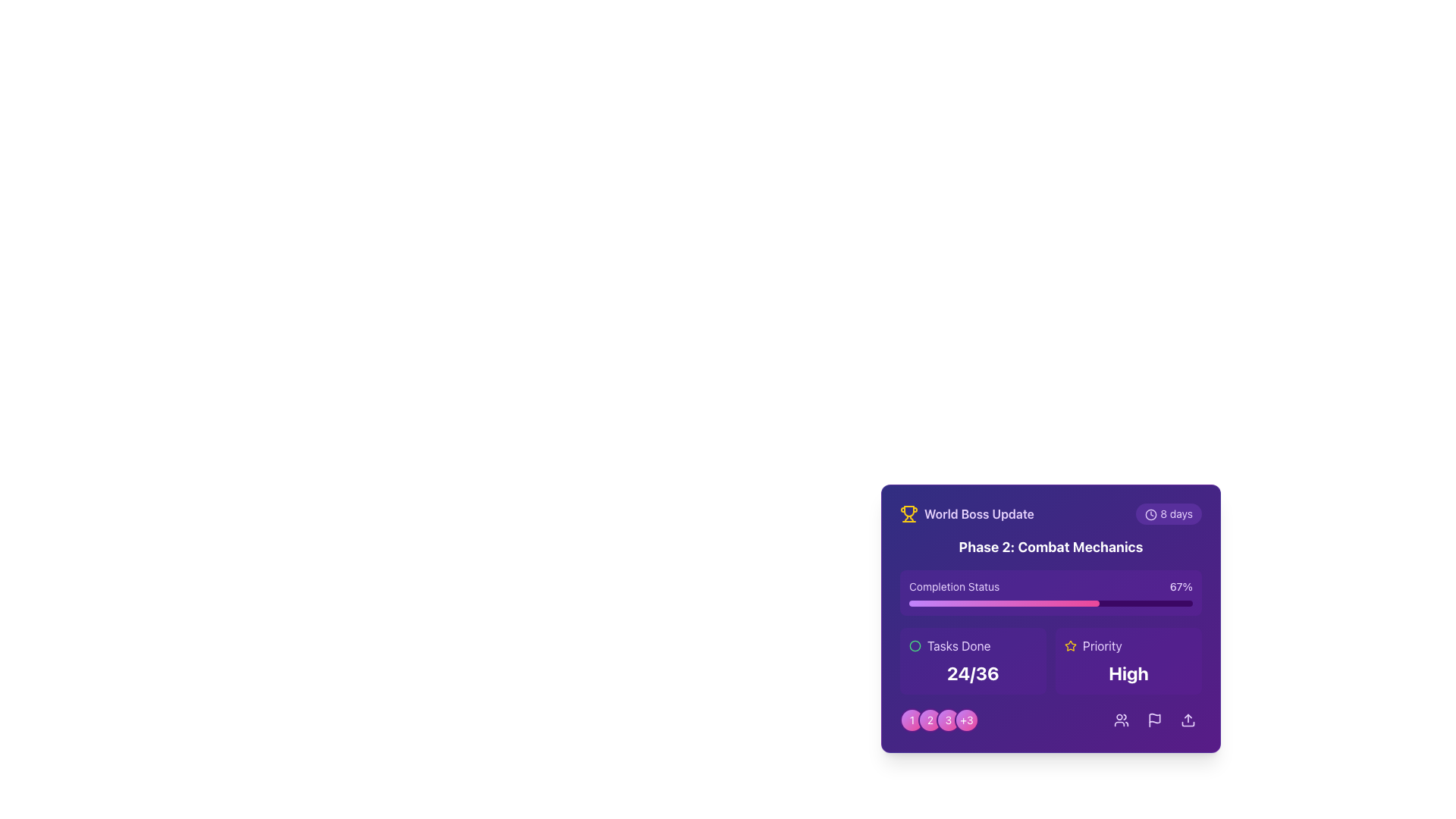 The image size is (1456, 819). Describe the element at coordinates (1069, 646) in the screenshot. I see `the Icon located in the upper-right section of the card` at that location.